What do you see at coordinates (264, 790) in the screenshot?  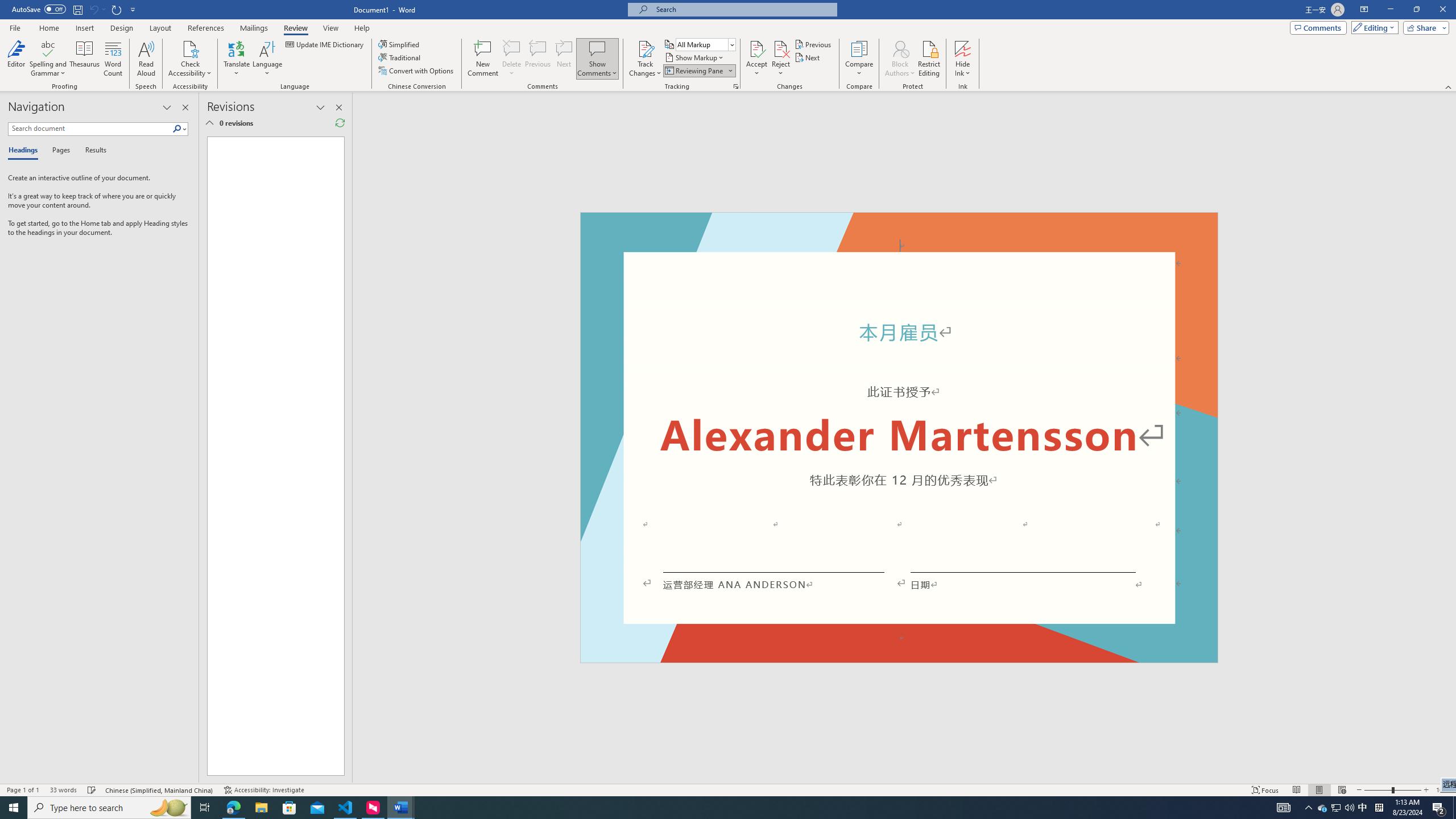 I see `'Accessibility Checker Accessibility: Investigate'` at bounding box center [264, 790].